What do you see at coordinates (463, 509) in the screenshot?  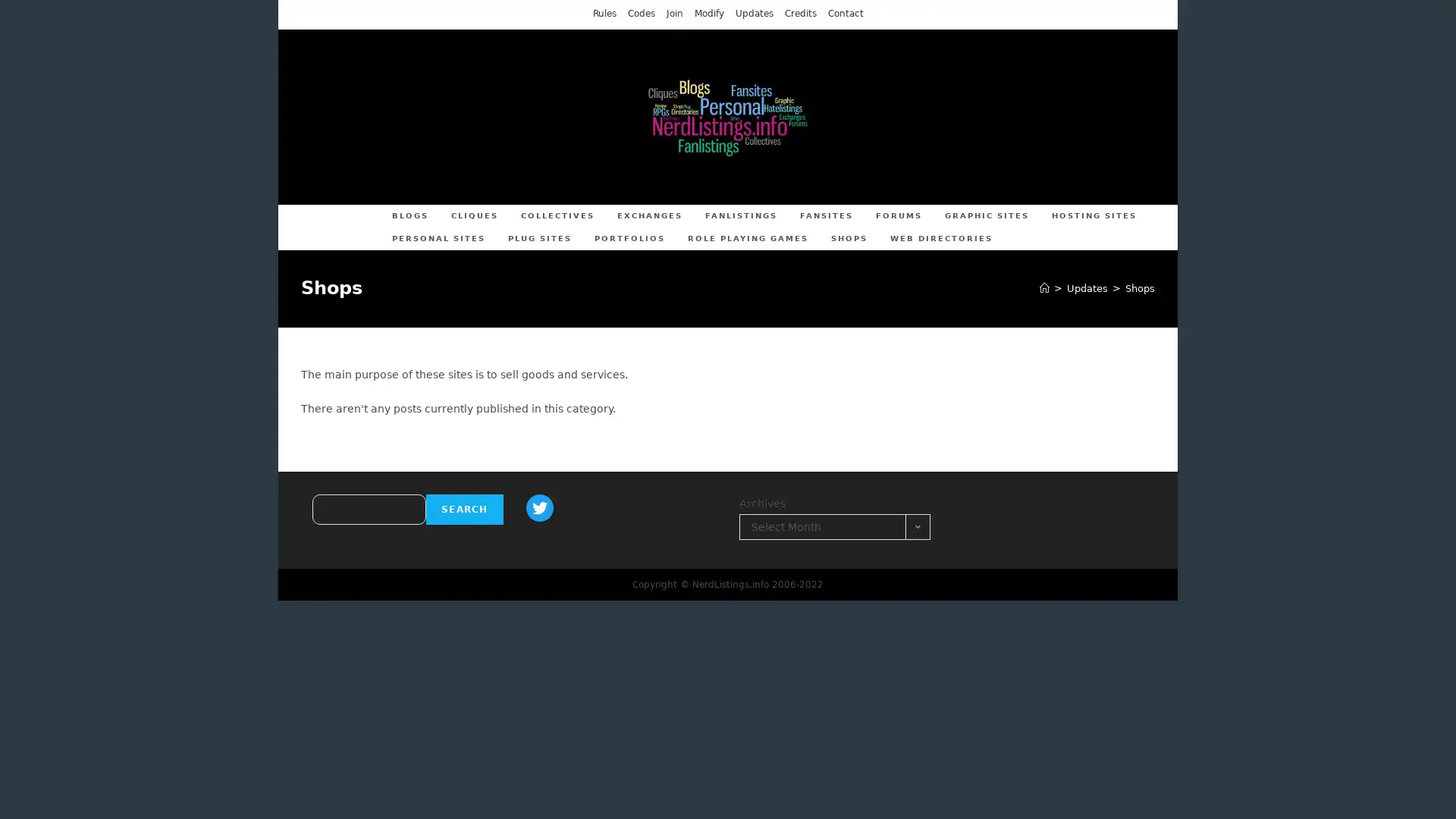 I see `SEARCH` at bounding box center [463, 509].